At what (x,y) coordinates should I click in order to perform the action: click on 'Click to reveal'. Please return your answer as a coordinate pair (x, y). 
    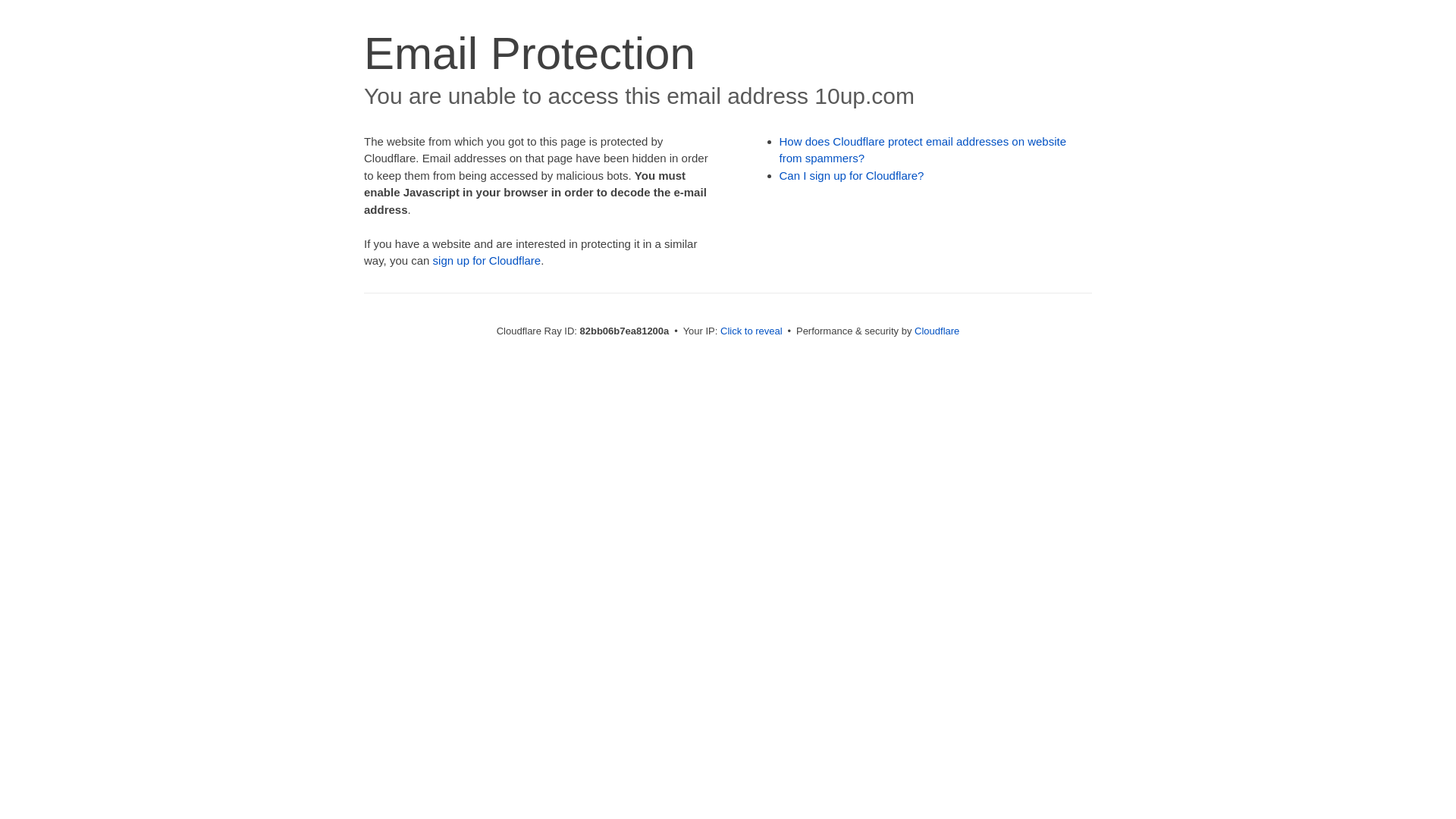
    Looking at the image, I should click on (751, 330).